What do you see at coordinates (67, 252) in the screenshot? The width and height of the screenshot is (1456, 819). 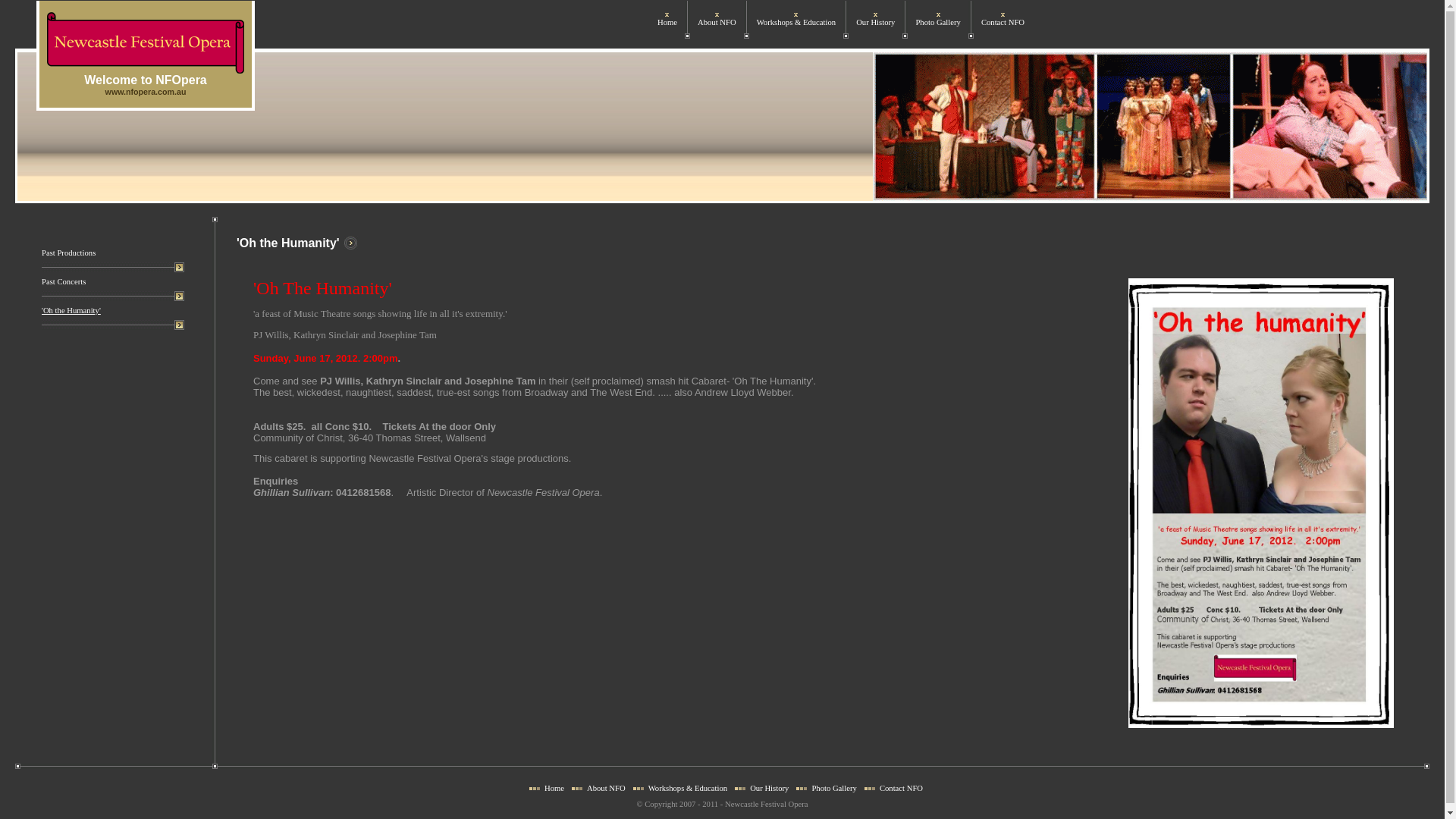 I see `'Past Productions'` at bounding box center [67, 252].